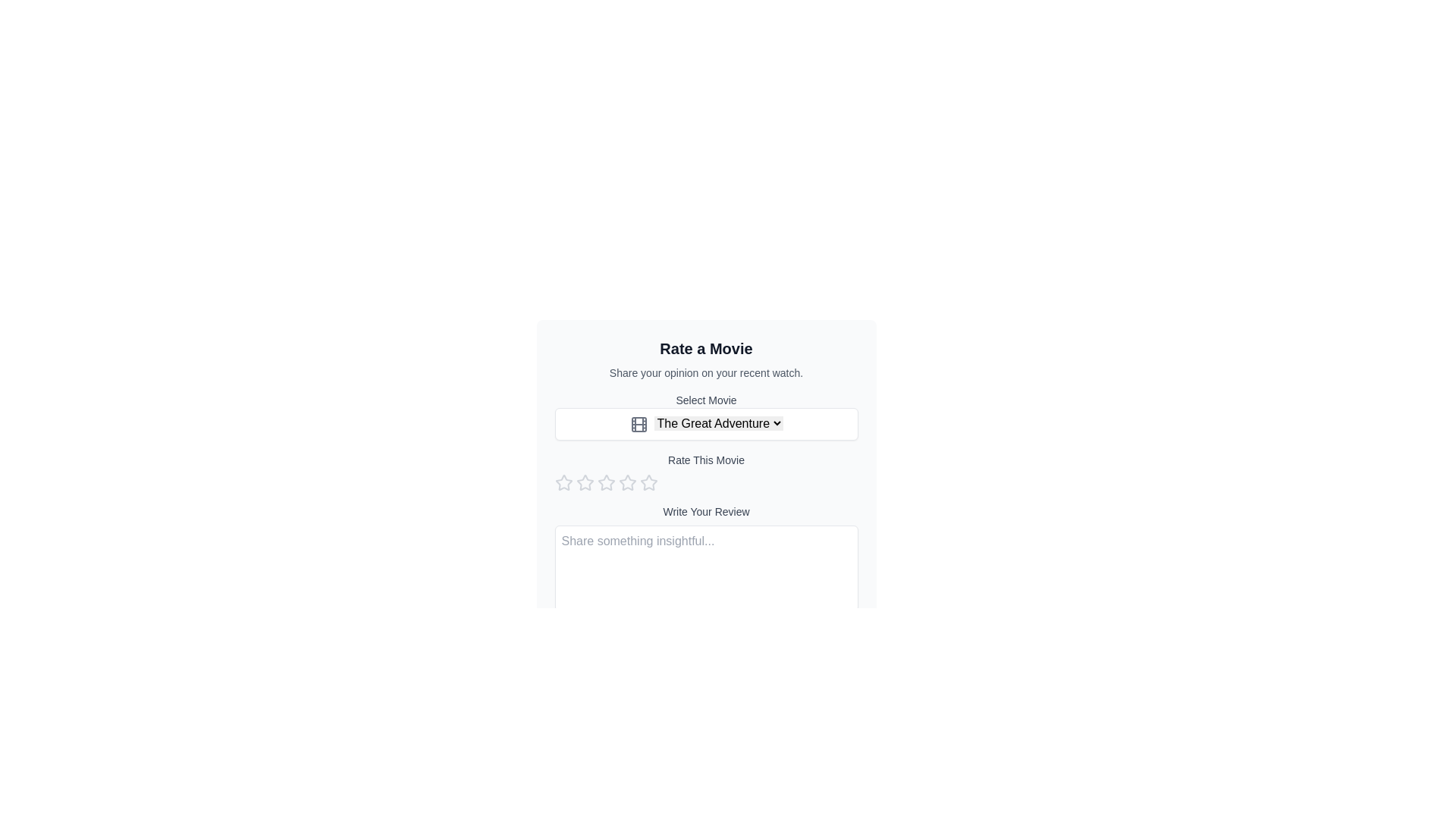 This screenshot has width=1456, height=819. Describe the element at coordinates (627, 482) in the screenshot. I see `the fourth star icon in the interactive rating section` at that location.